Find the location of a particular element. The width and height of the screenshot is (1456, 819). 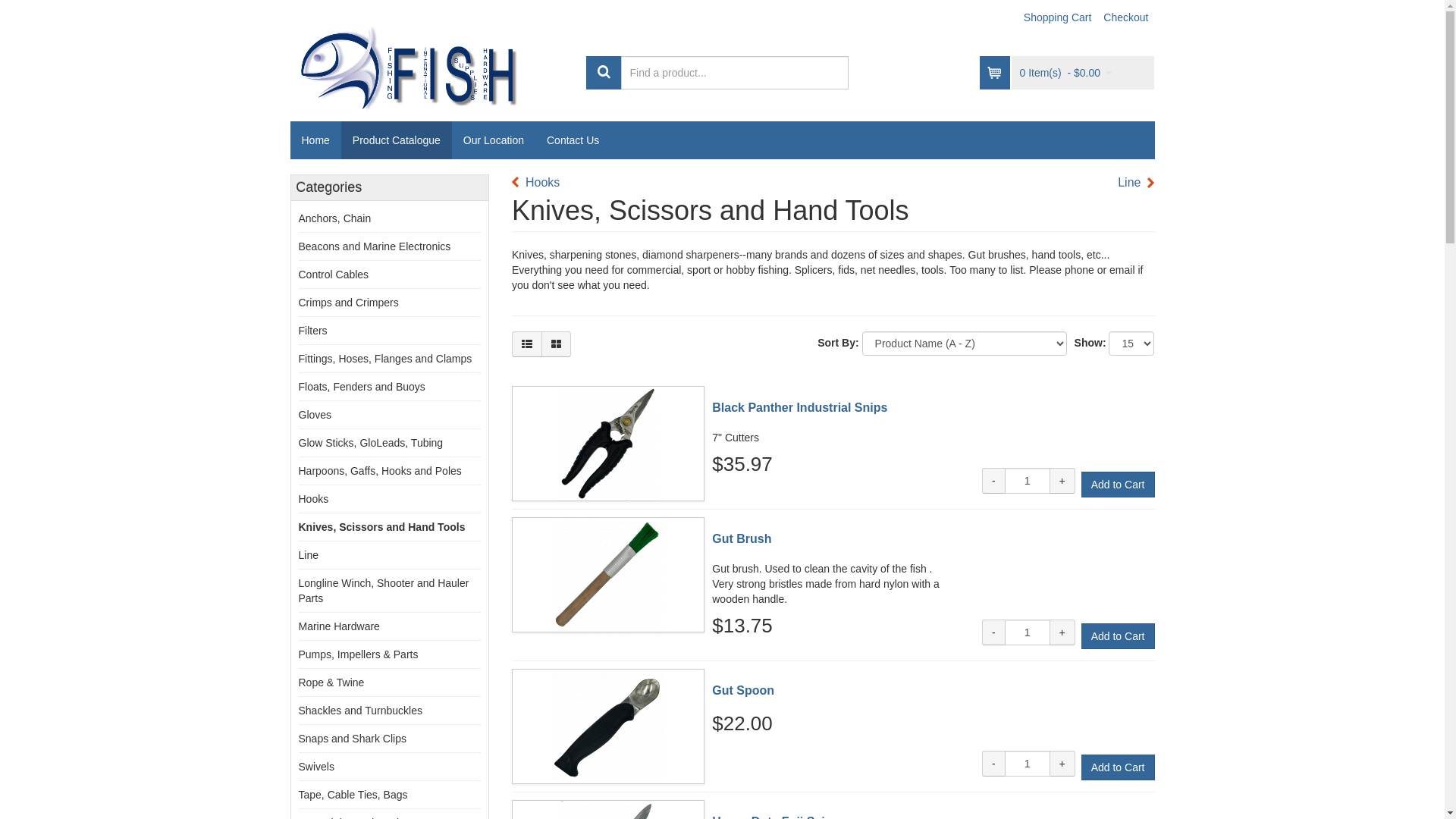

'Tape, Cable Ties, Bags' is located at coordinates (352, 794).